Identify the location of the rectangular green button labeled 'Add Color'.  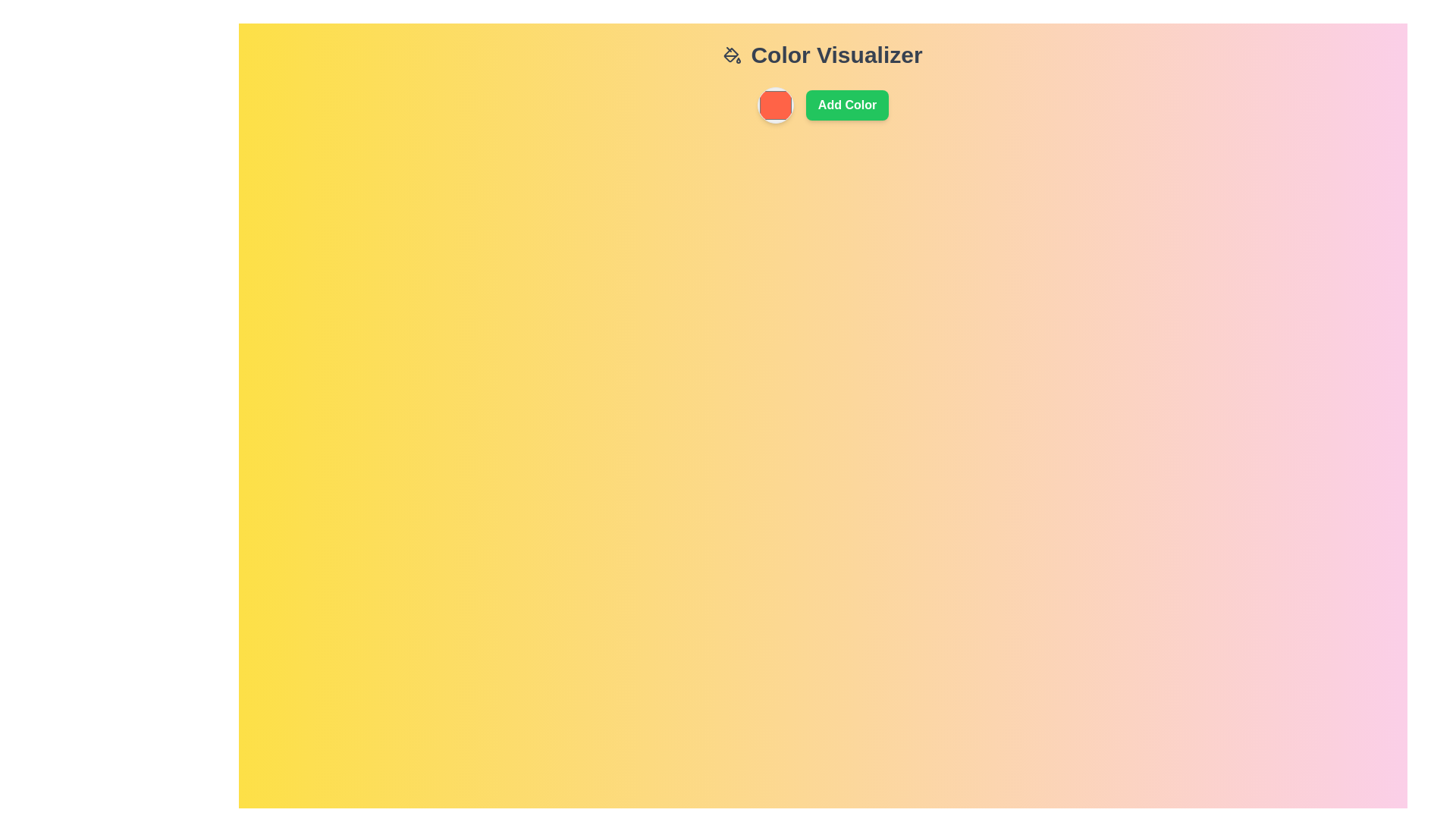
(846, 104).